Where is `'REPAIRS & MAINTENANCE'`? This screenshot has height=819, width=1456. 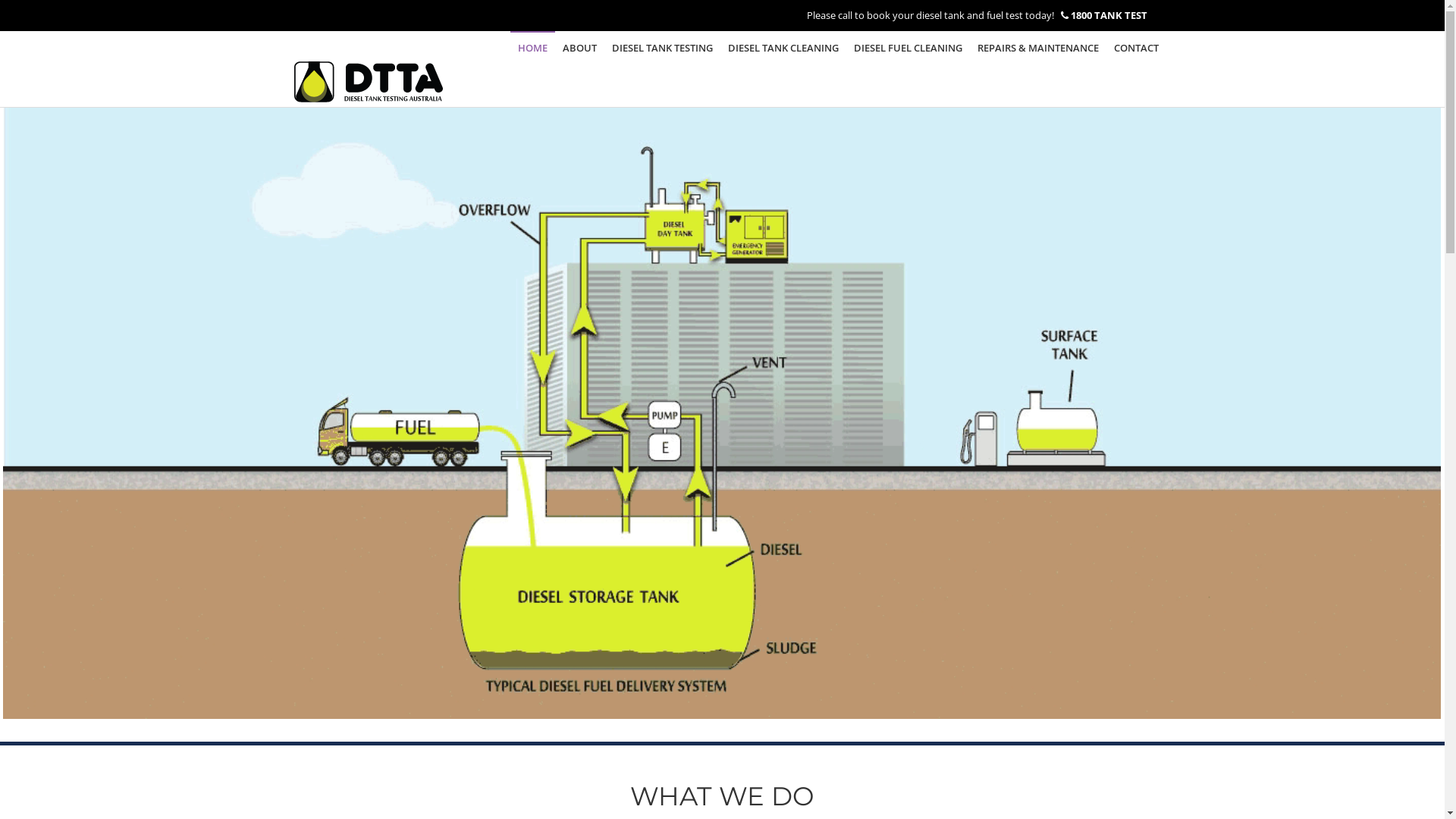 'REPAIRS & MAINTENANCE' is located at coordinates (1037, 46).